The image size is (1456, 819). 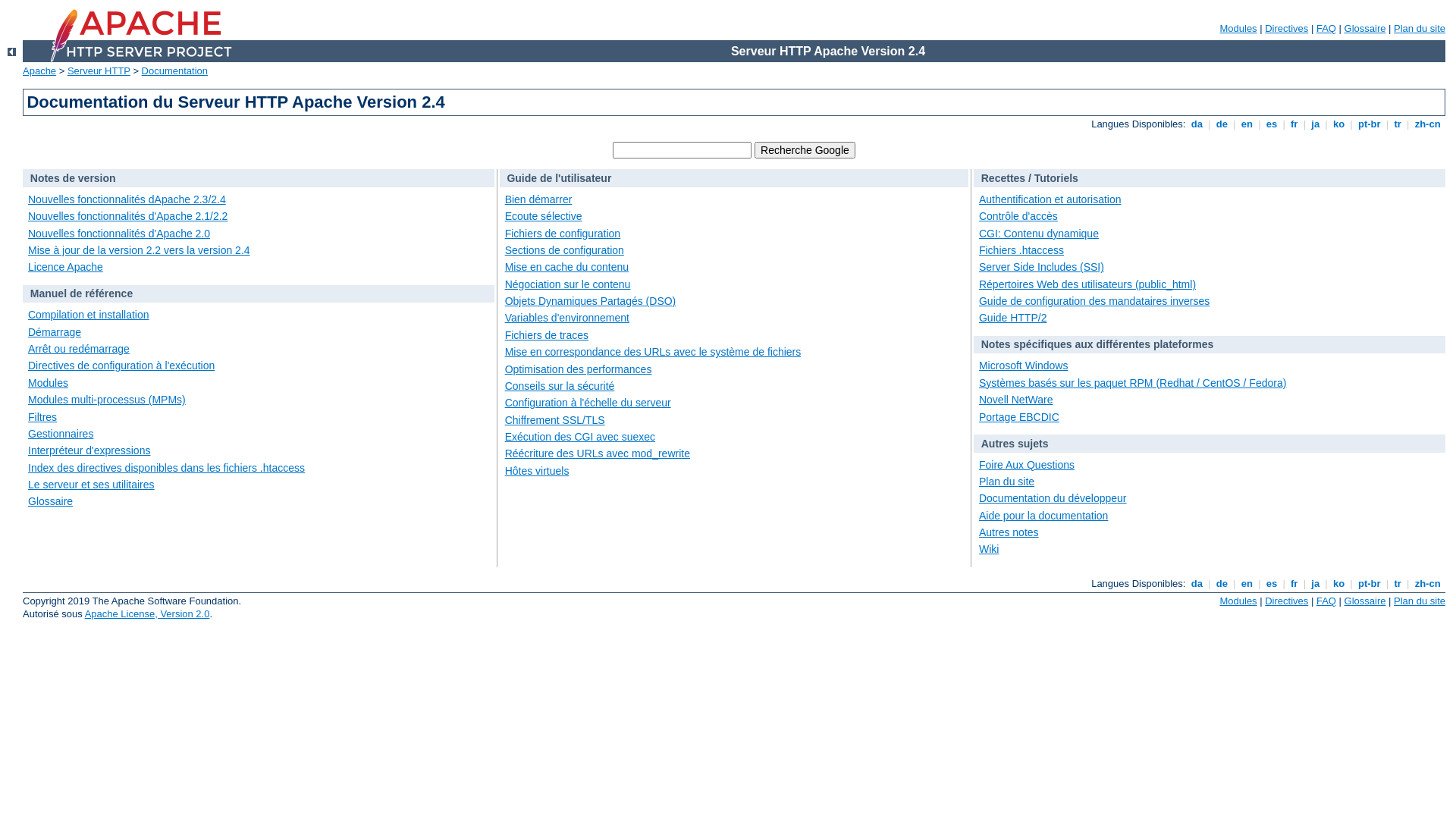 I want to click on 'Novell NetWare', so click(x=1015, y=399).